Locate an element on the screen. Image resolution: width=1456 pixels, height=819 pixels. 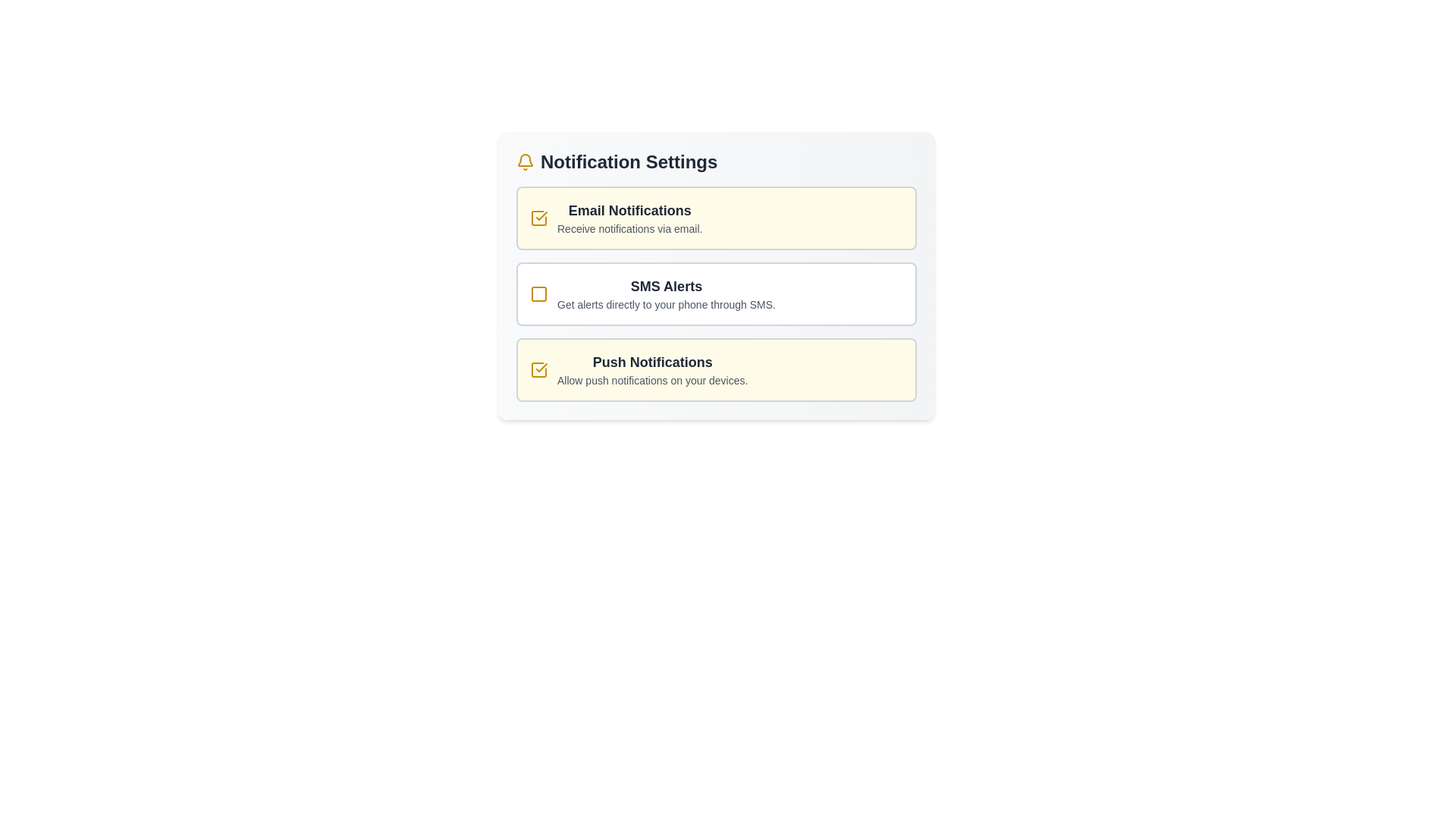
description of the Option card with a checkbox for SMS alerts, which is the second option in the 'Notification Settings' section is located at coordinates (716, 294).